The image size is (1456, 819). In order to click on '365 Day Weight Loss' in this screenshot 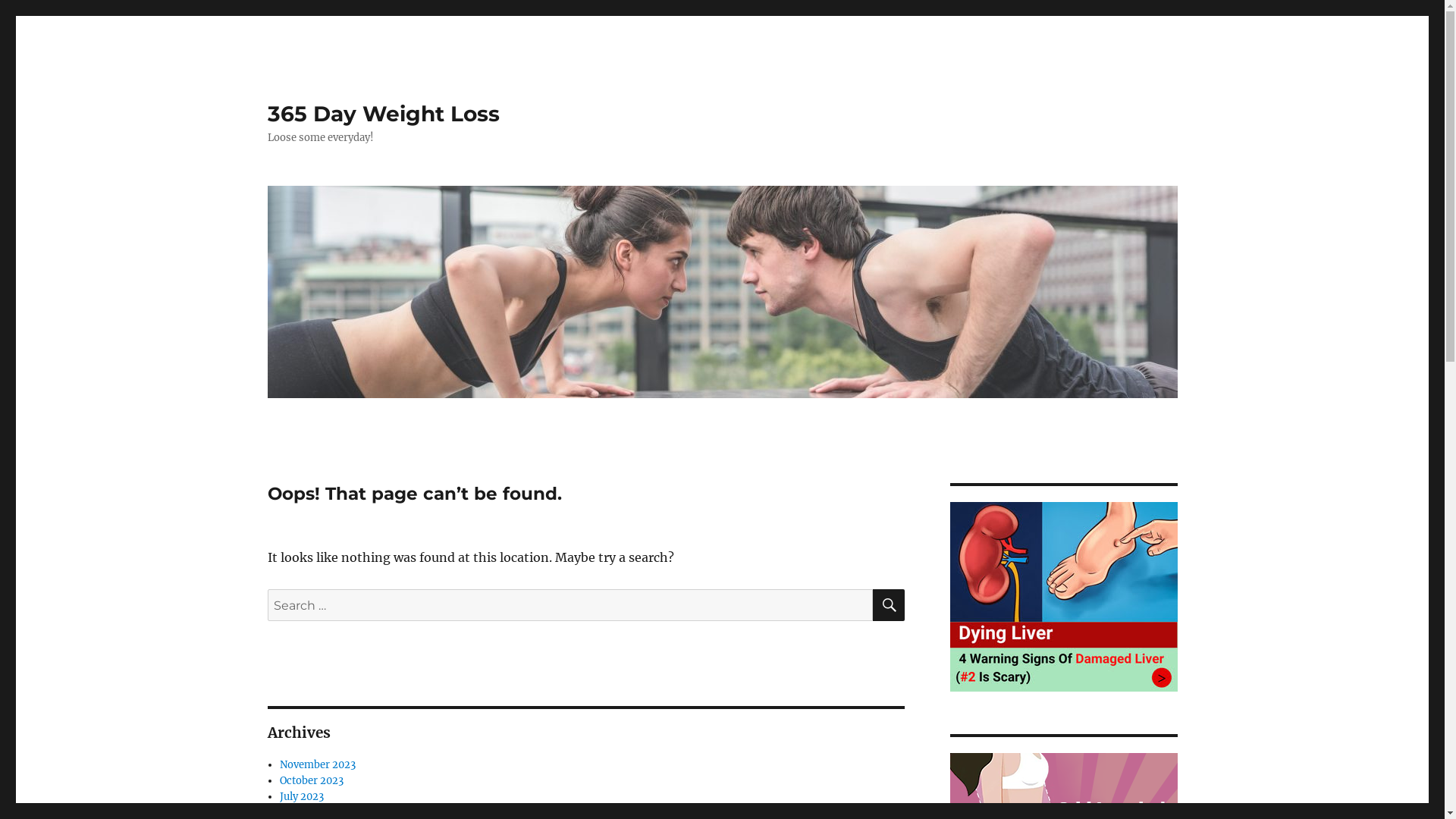, I will do `click(382, 113)`.